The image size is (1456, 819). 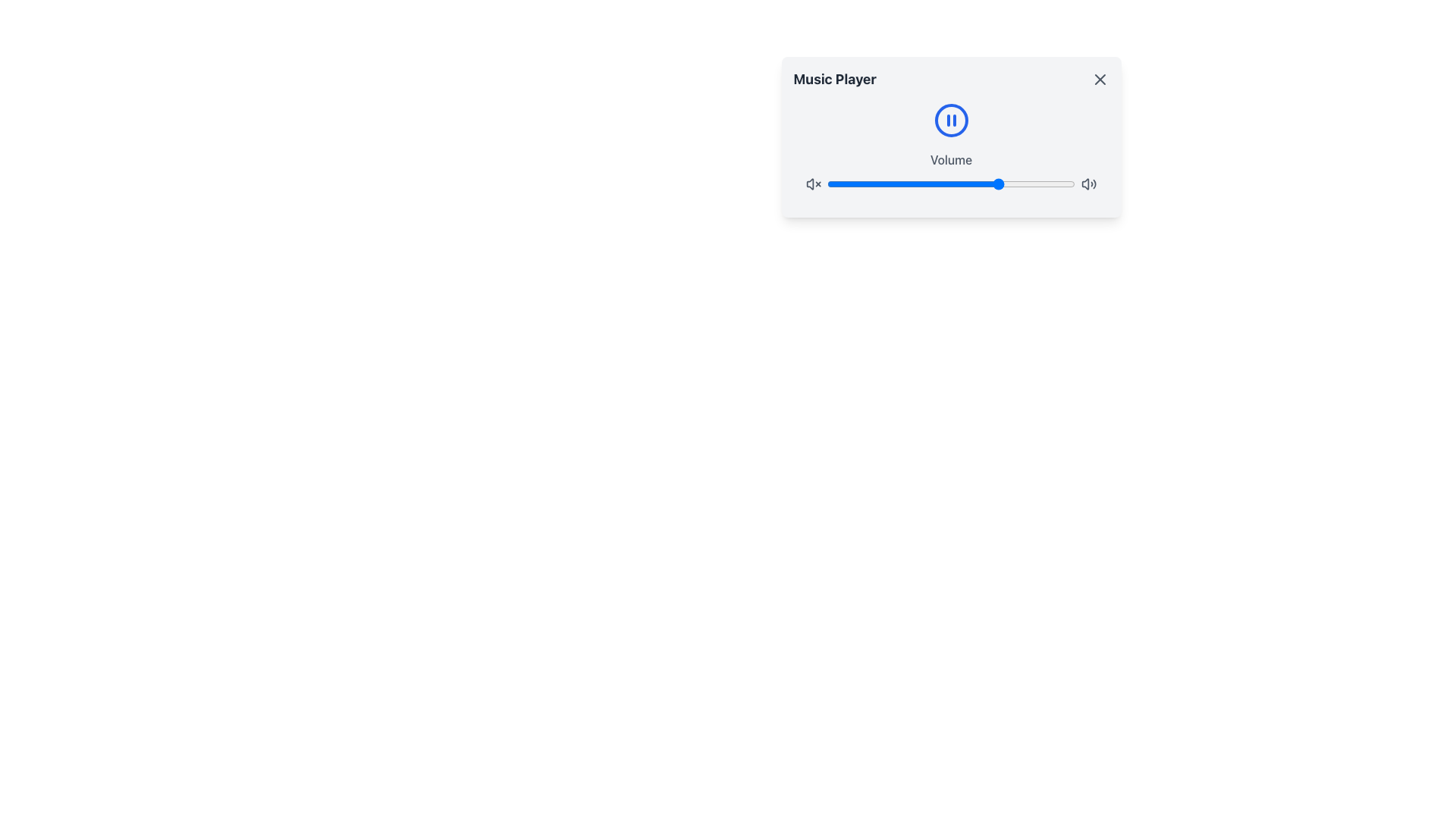 What do you see at coordinates (1088, 184) in the screenshot?
I see `the volume settings icon, which is the last icon on the right in the group of controls below the music player title and playback controls` at bounding box center [1088, 184].